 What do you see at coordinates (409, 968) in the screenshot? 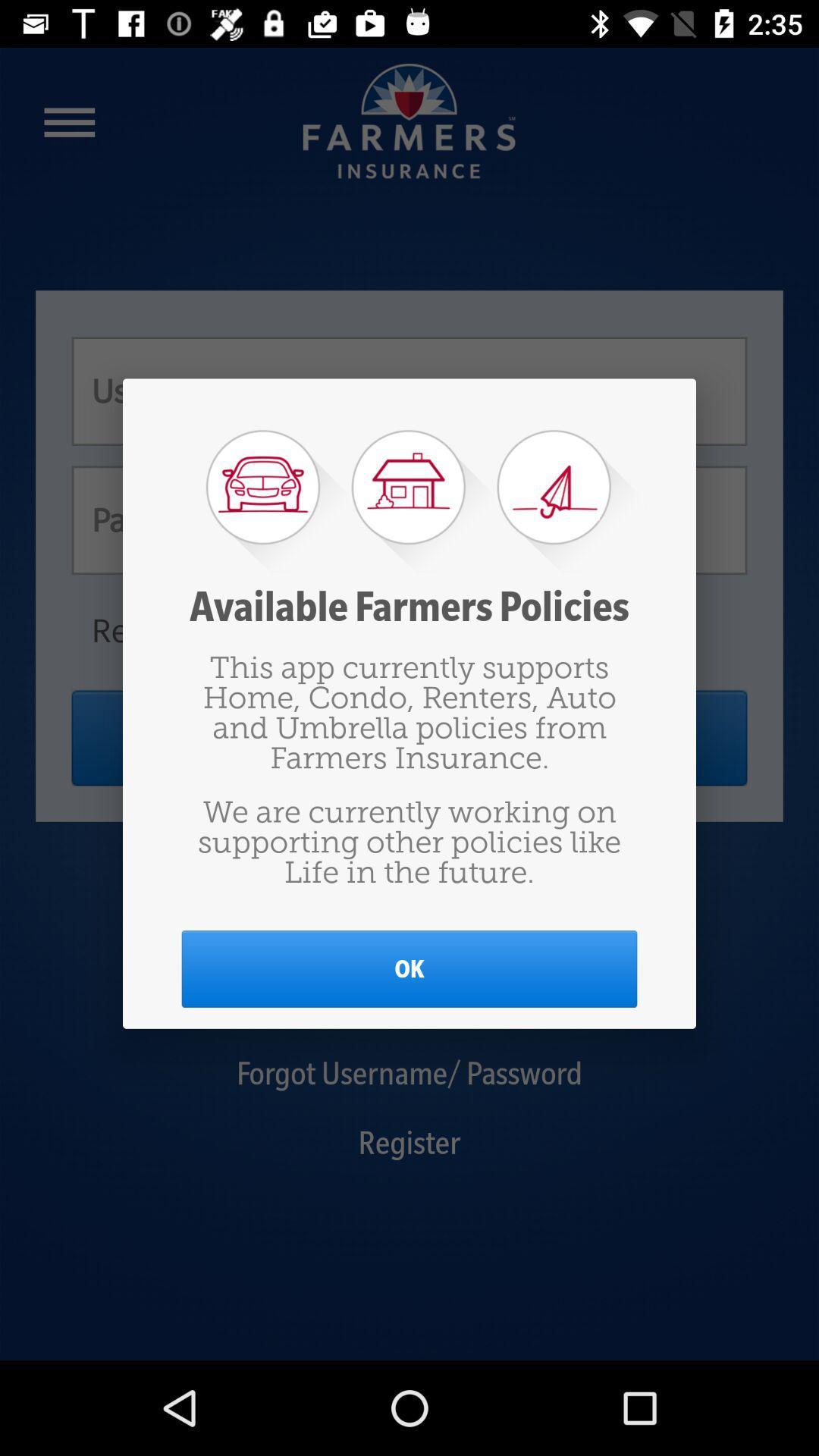
I see `the ok icon` at bounding box center [409, 968].